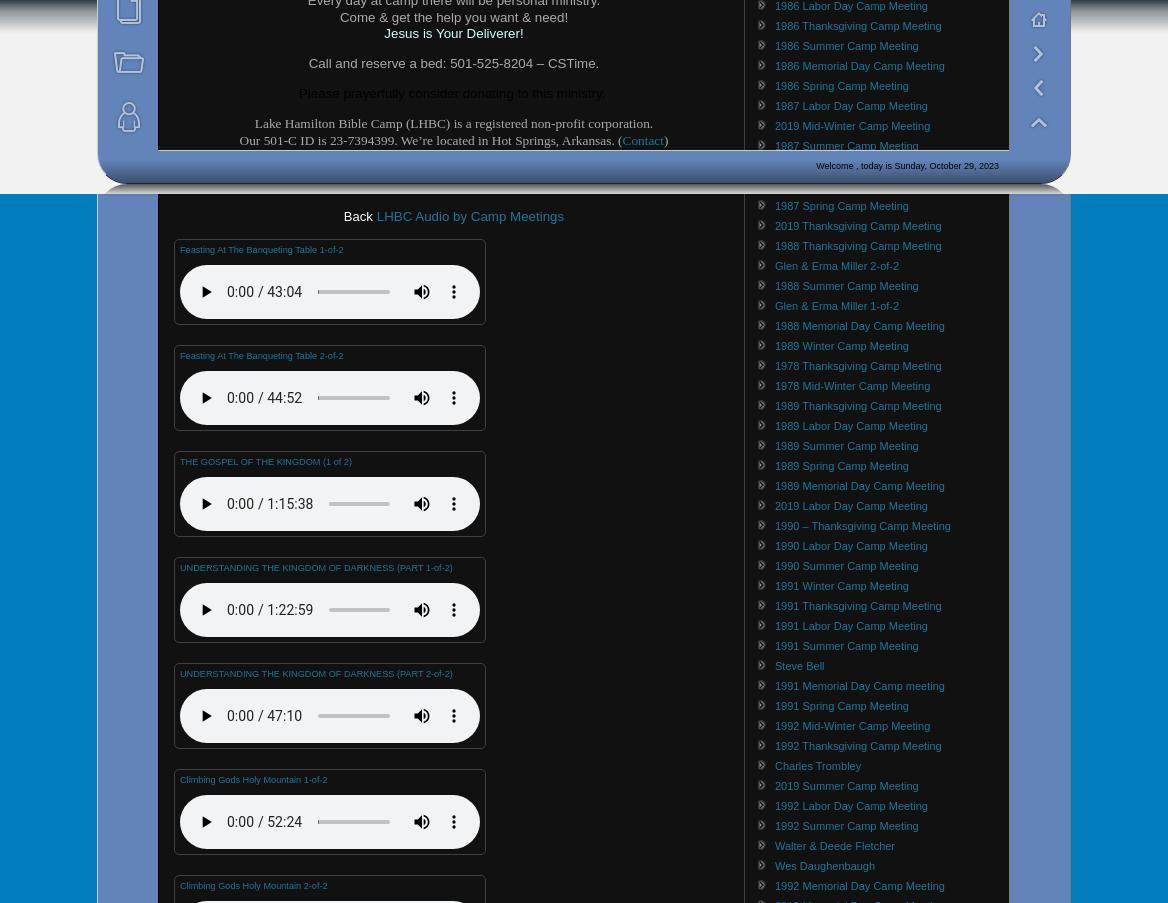  What do you see at coordinates (774, 443) in the screenshot?
I see `'1989 Summer Camp Meeting'` at bounding box center [774, 443].